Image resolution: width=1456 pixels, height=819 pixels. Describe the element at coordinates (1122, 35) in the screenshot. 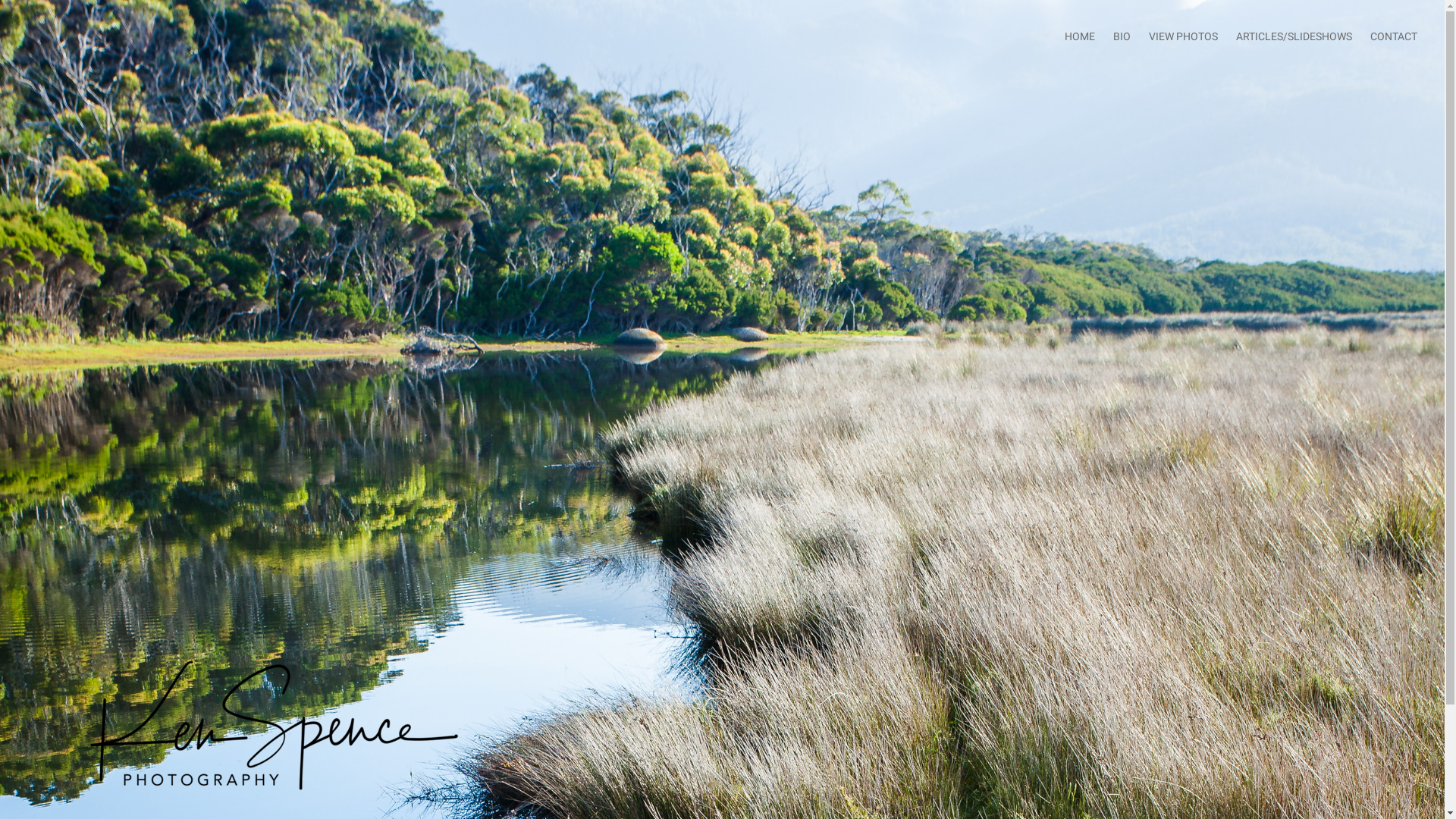

I see `'BIO'` at that location.